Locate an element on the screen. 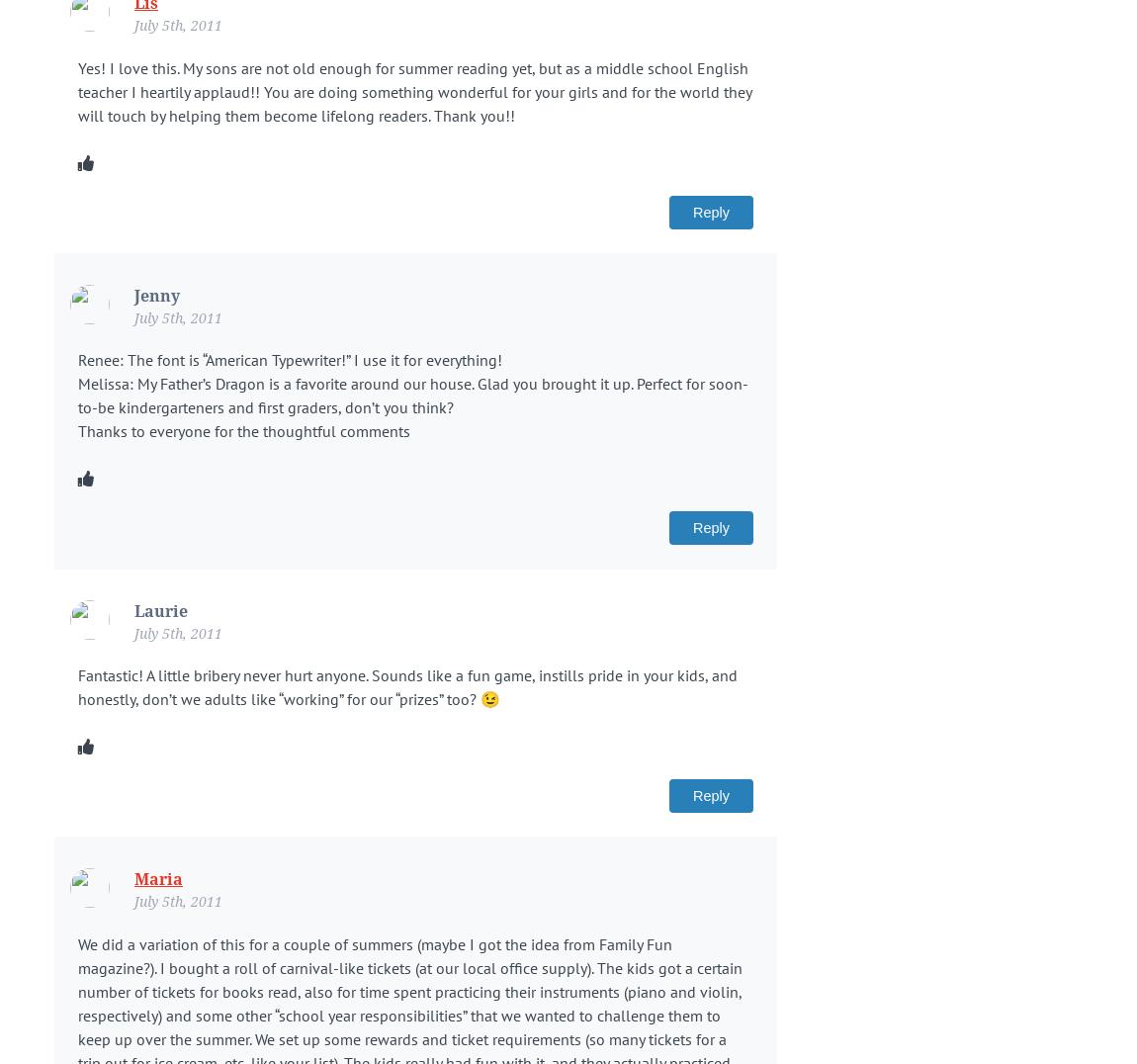  'Melissa: My Father’s Dragon is a favorite around our house. Glad you brought it up. Perfect for soon-to-be kindergarteners and first graders, don’t you think?' is located at coordinates (413, 394).